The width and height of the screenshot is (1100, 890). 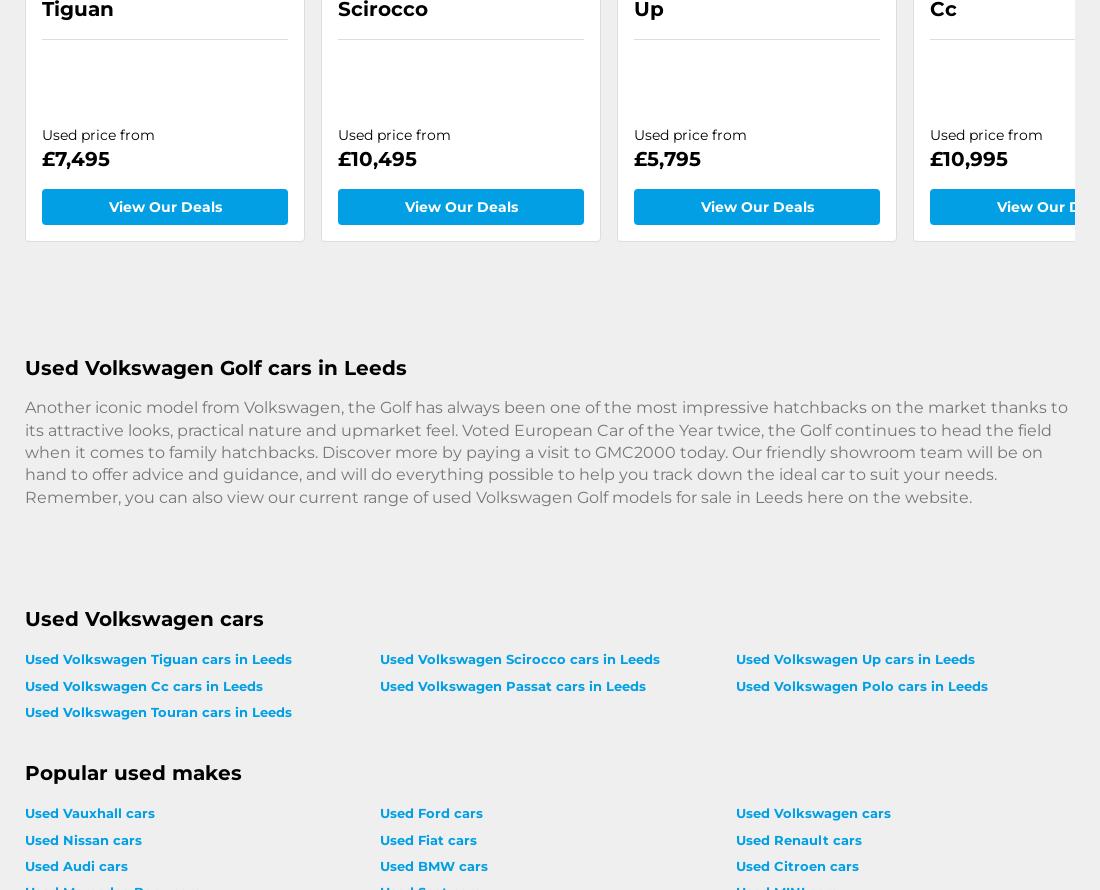 I want to click on 'Used Volkswagen Polo cars in Leeds', so click(x=859, y=684).